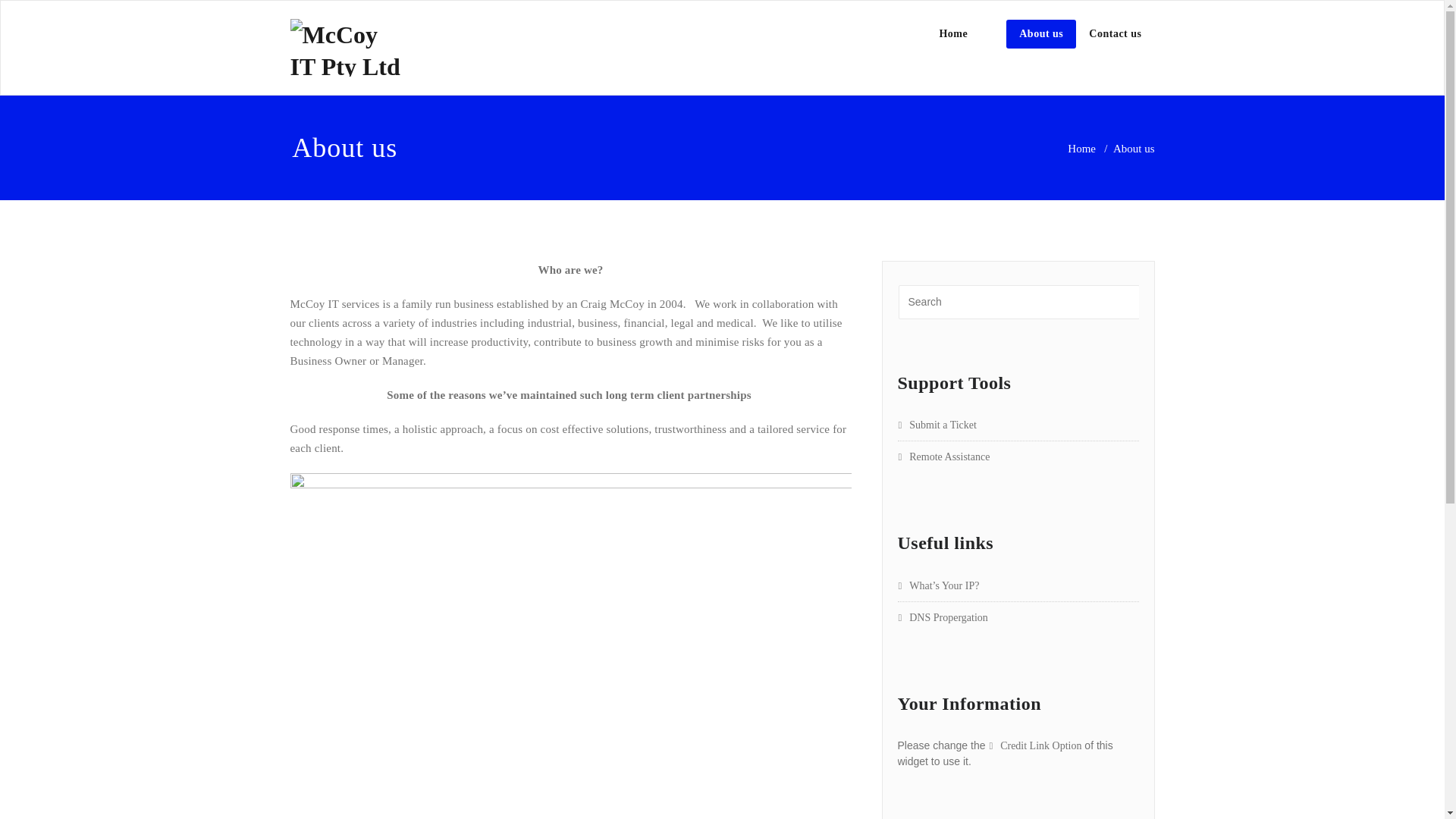 This screenshot has height=819, width=1456. Describe the element at coordinates (497, 37) in the screenshot. I see `'McCoy IT'` at that location.